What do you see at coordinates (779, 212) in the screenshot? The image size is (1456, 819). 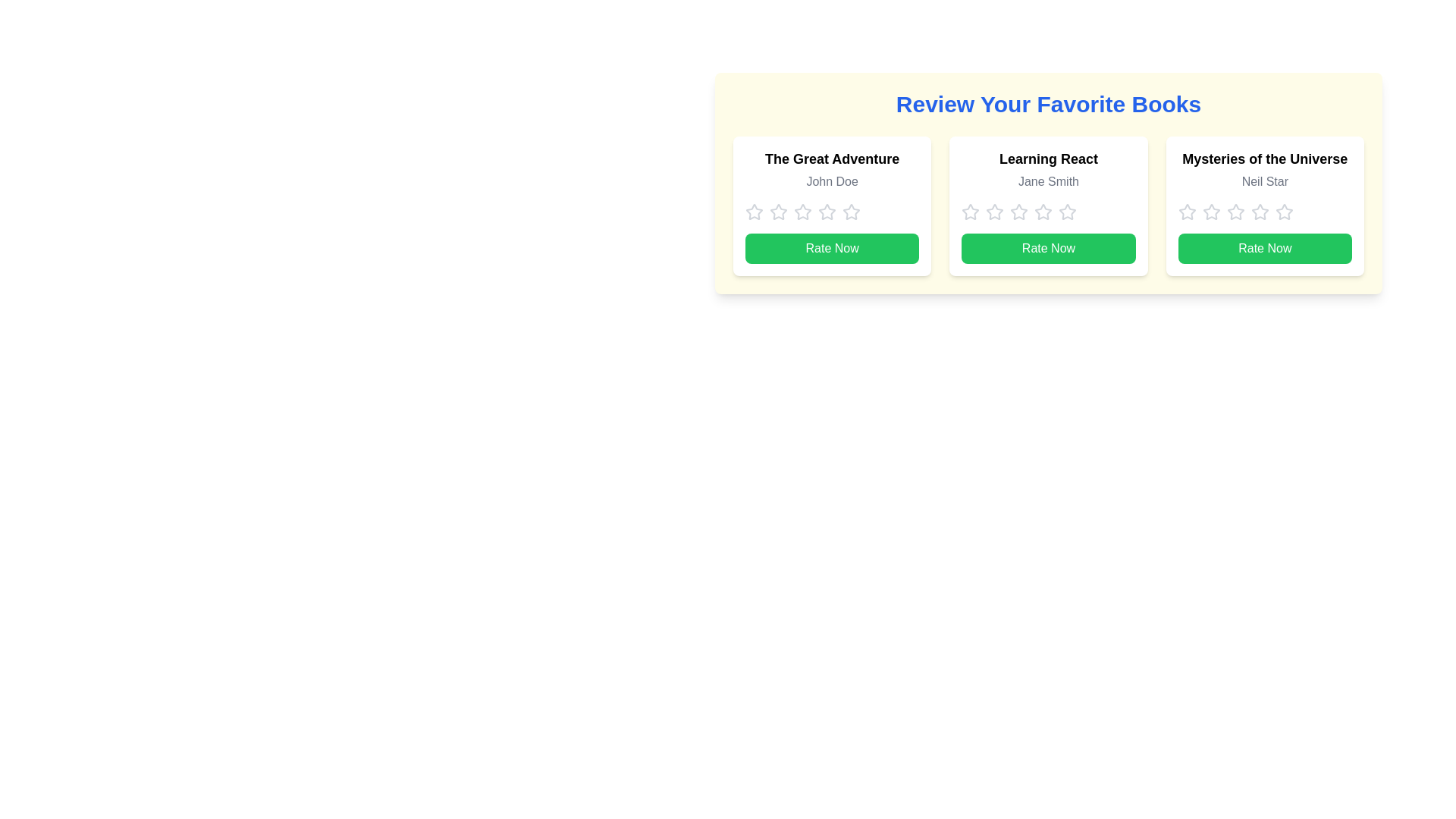 I see `the first rating star` at bounding box center [779, 212].